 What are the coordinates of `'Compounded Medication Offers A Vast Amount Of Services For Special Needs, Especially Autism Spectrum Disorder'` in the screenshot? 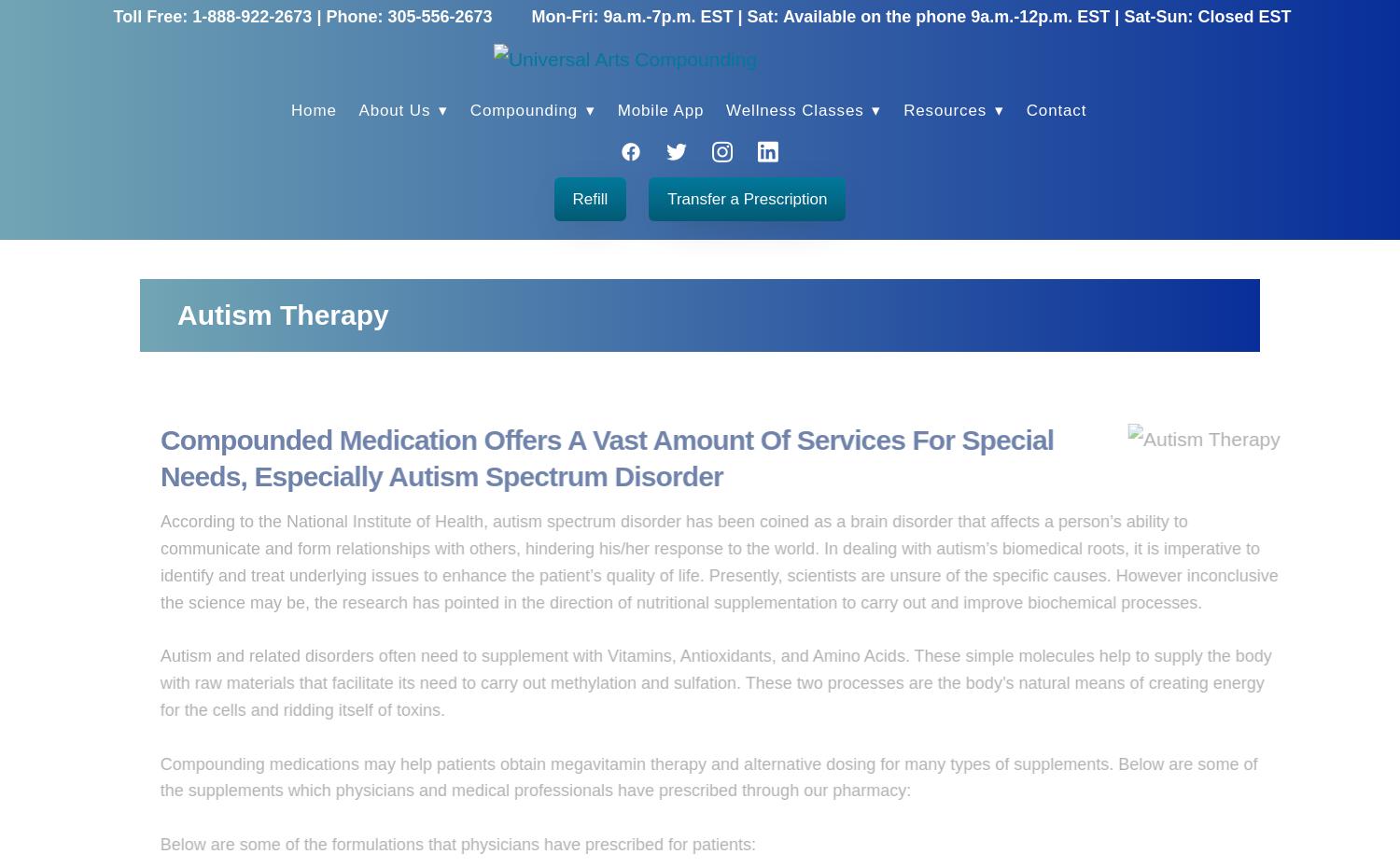 It's located at (586, 457).